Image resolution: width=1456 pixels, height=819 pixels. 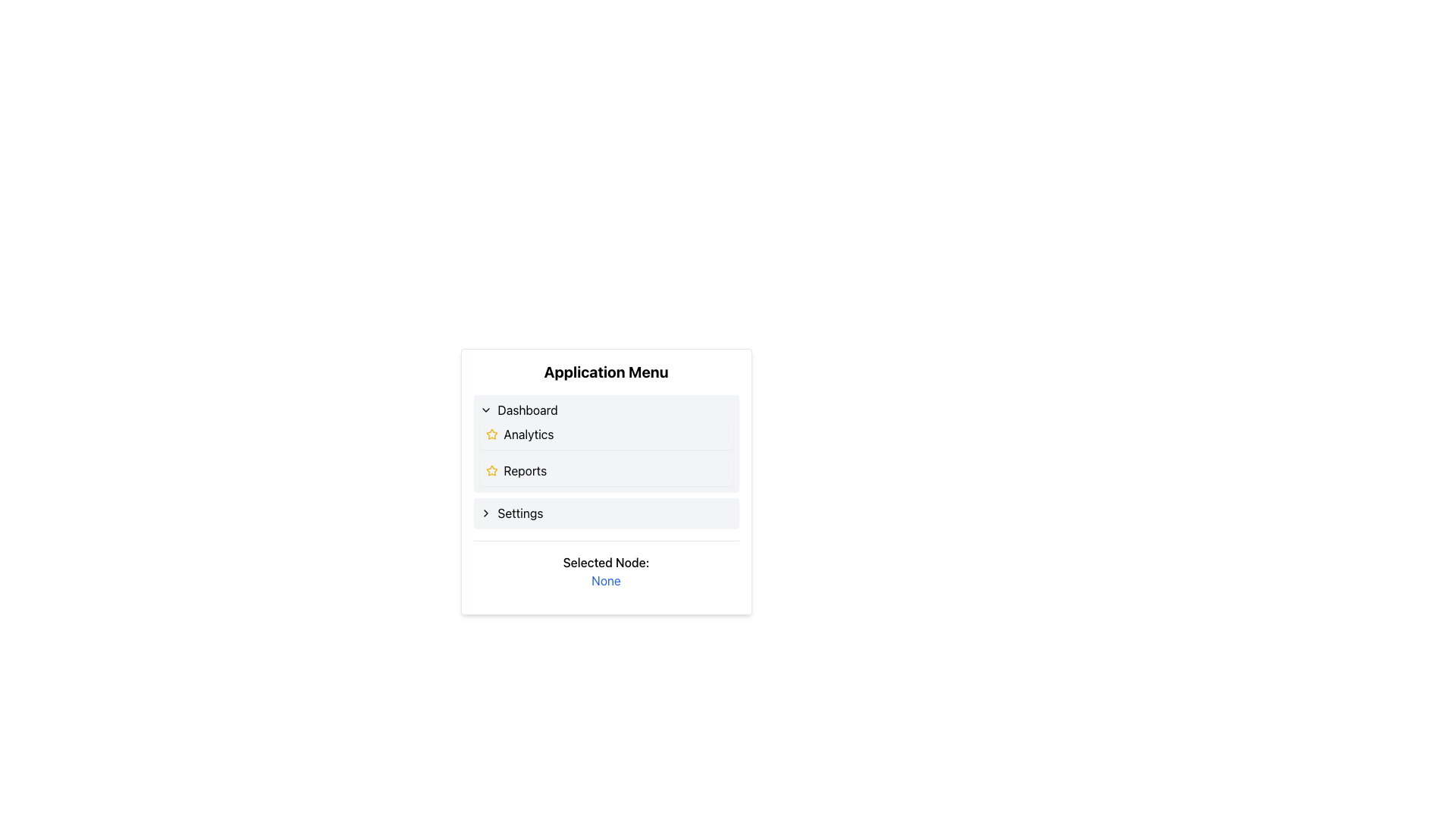 I want to click on the 'Settings' menu item, which is a collapsible UI component with a light gray background and rounded corners, located at the bottom of the vertical menu, so click(x=605, y=513).